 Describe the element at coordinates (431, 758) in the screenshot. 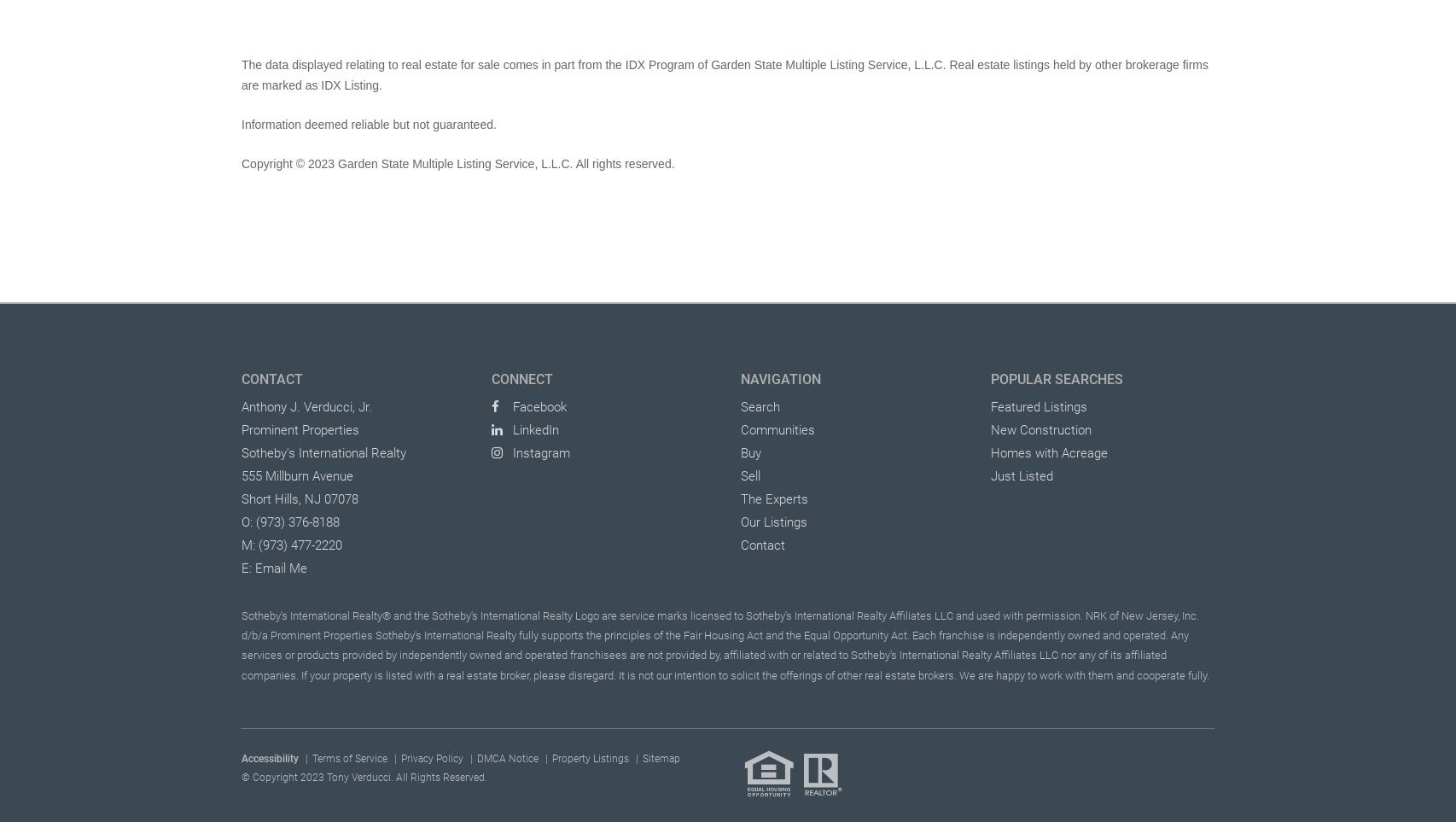

I see `'Privacy Policy'` at that location.